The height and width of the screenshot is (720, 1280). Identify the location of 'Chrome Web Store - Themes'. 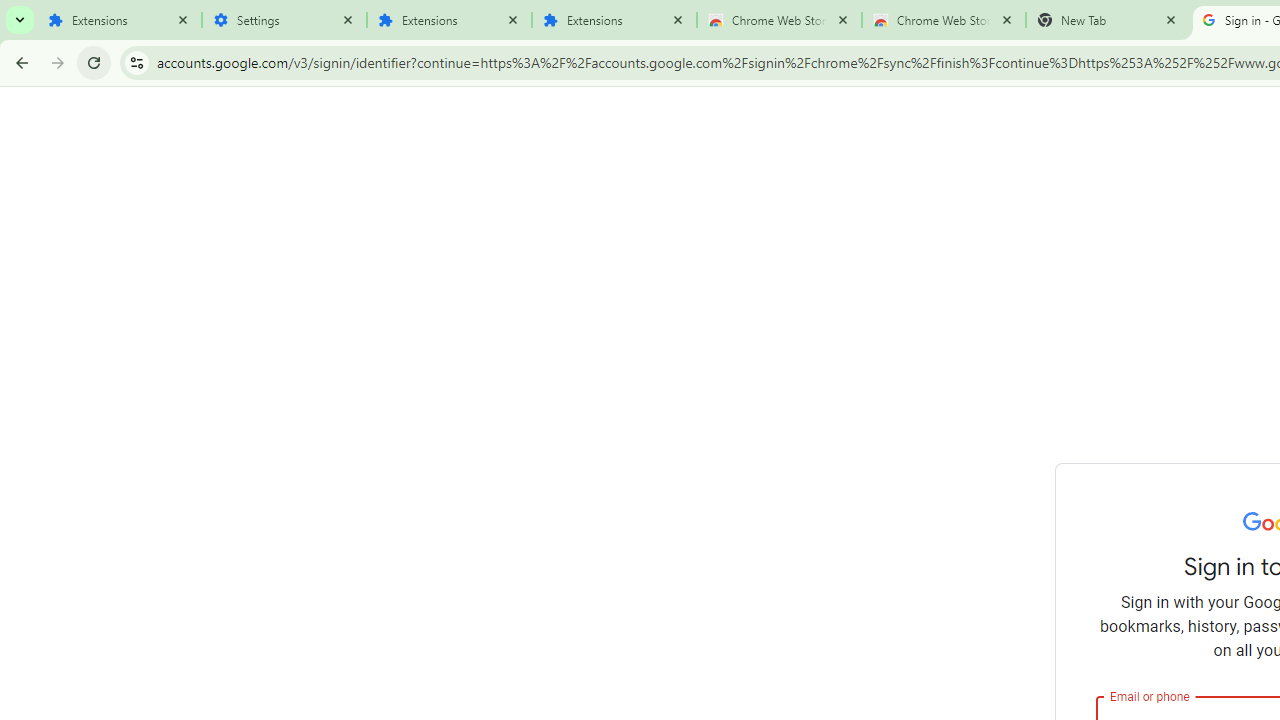
(943, 20).